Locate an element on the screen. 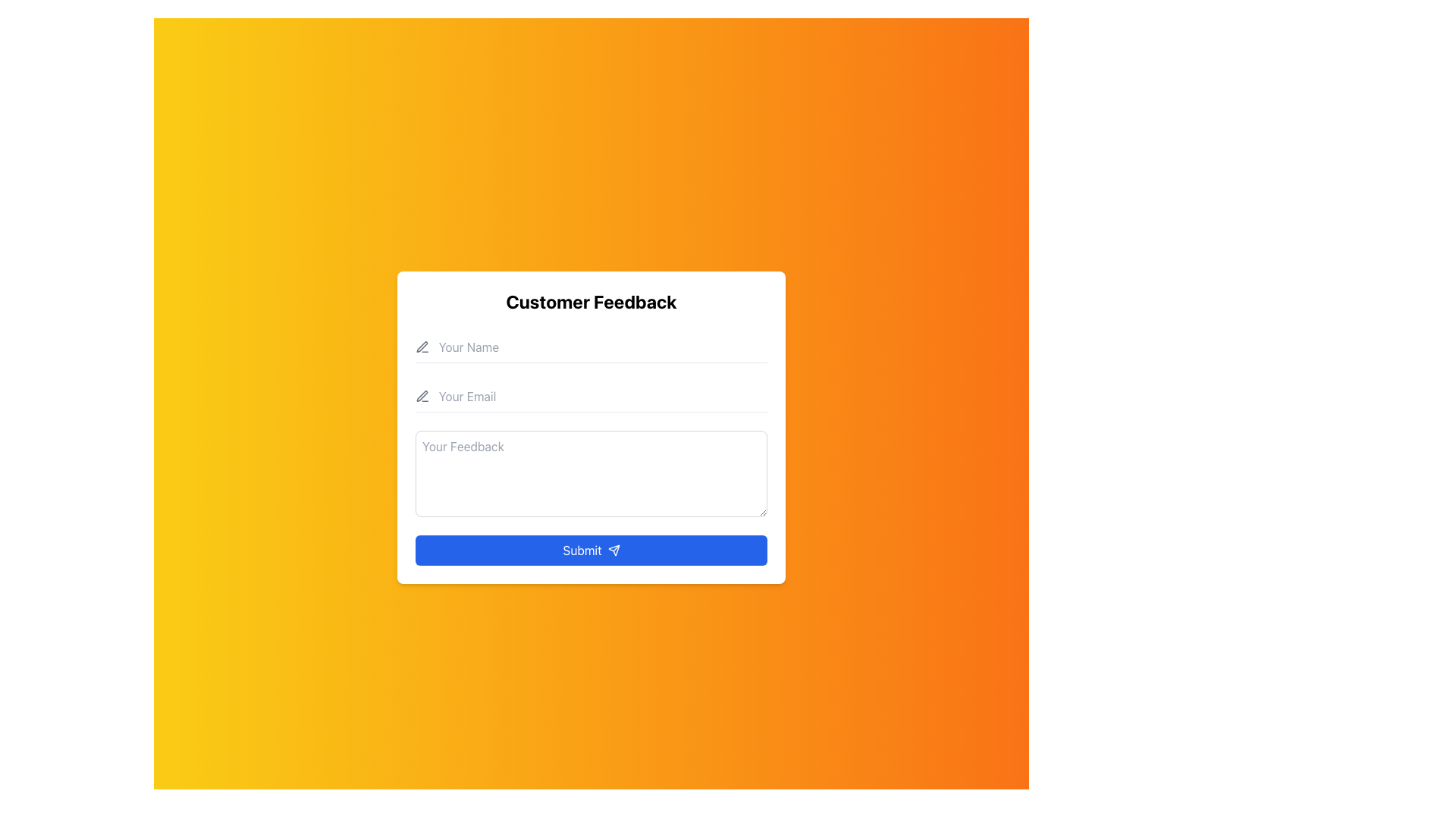 The width and height of the screenshot is (1456, 819). the small triangular-shaped icon resembling a send symbol, which is located at the right end of the blue 'Submit' button is located at coordinates (613, 550).